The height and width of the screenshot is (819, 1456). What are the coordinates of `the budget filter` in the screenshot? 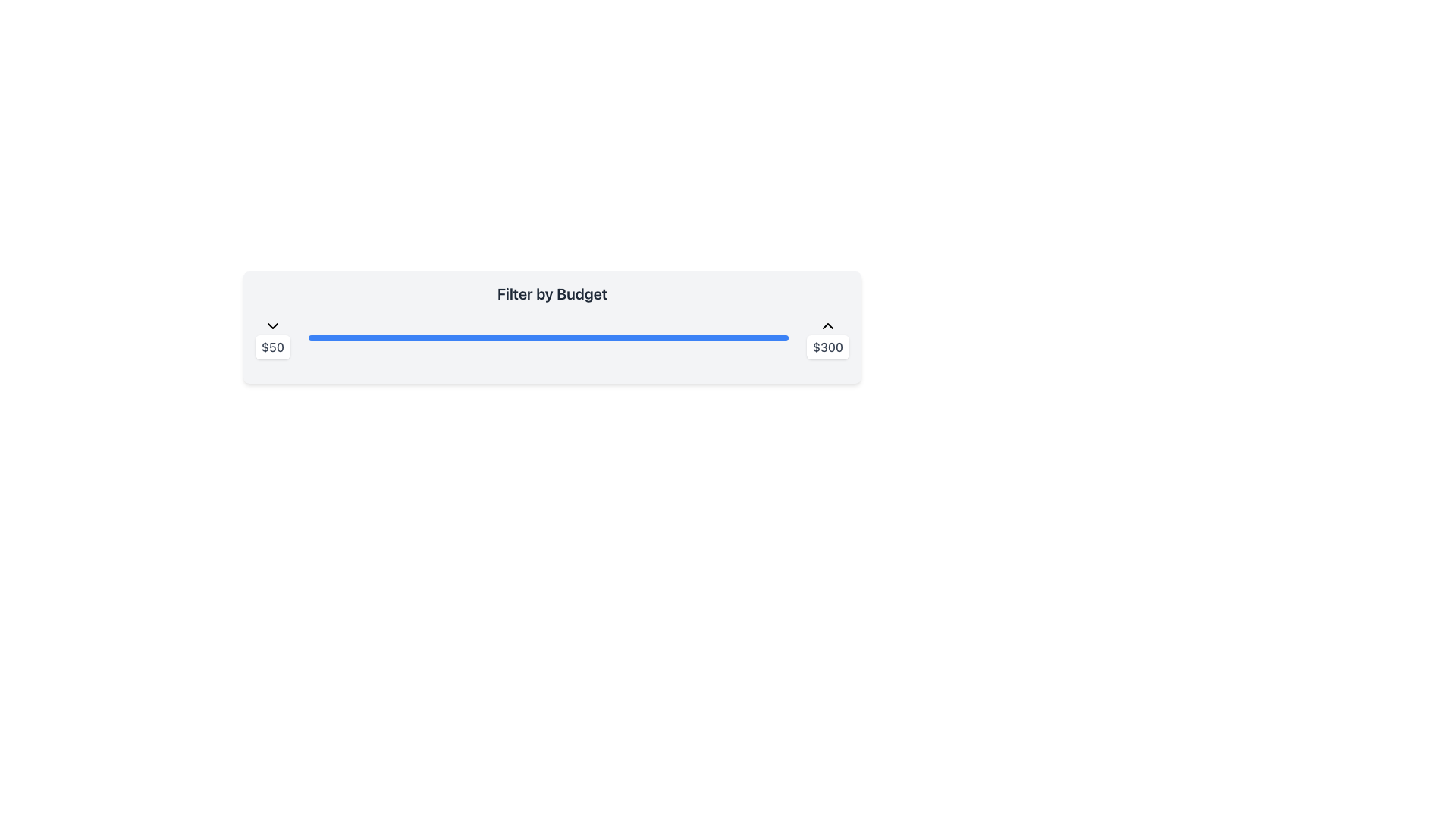 It's located at (492, 337).